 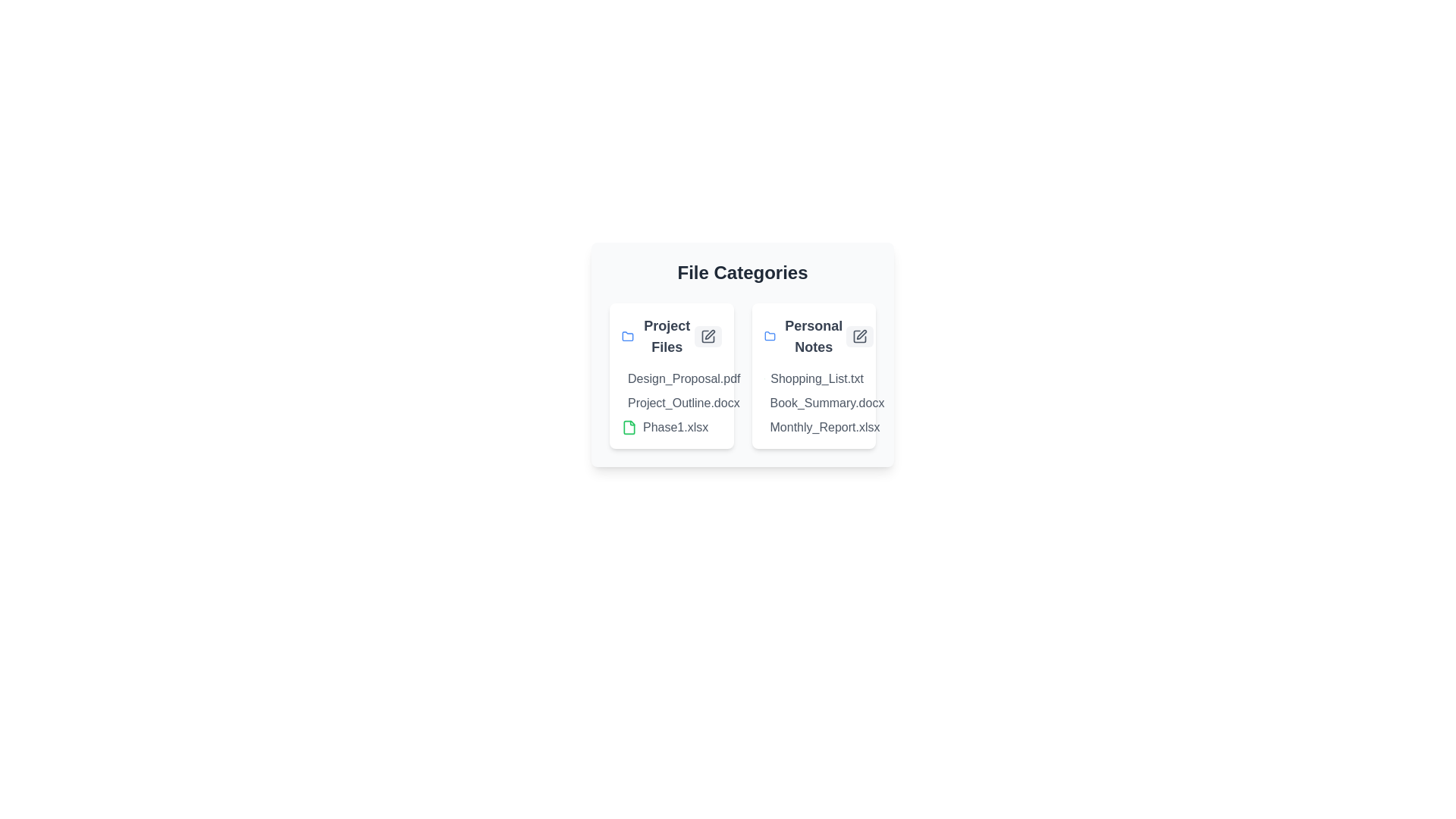 What do you see at coordinates (769, 378) in the screenshot?
I see `the document icon corresponding to Shopping_List.txt` at bounding box center [769, 378].